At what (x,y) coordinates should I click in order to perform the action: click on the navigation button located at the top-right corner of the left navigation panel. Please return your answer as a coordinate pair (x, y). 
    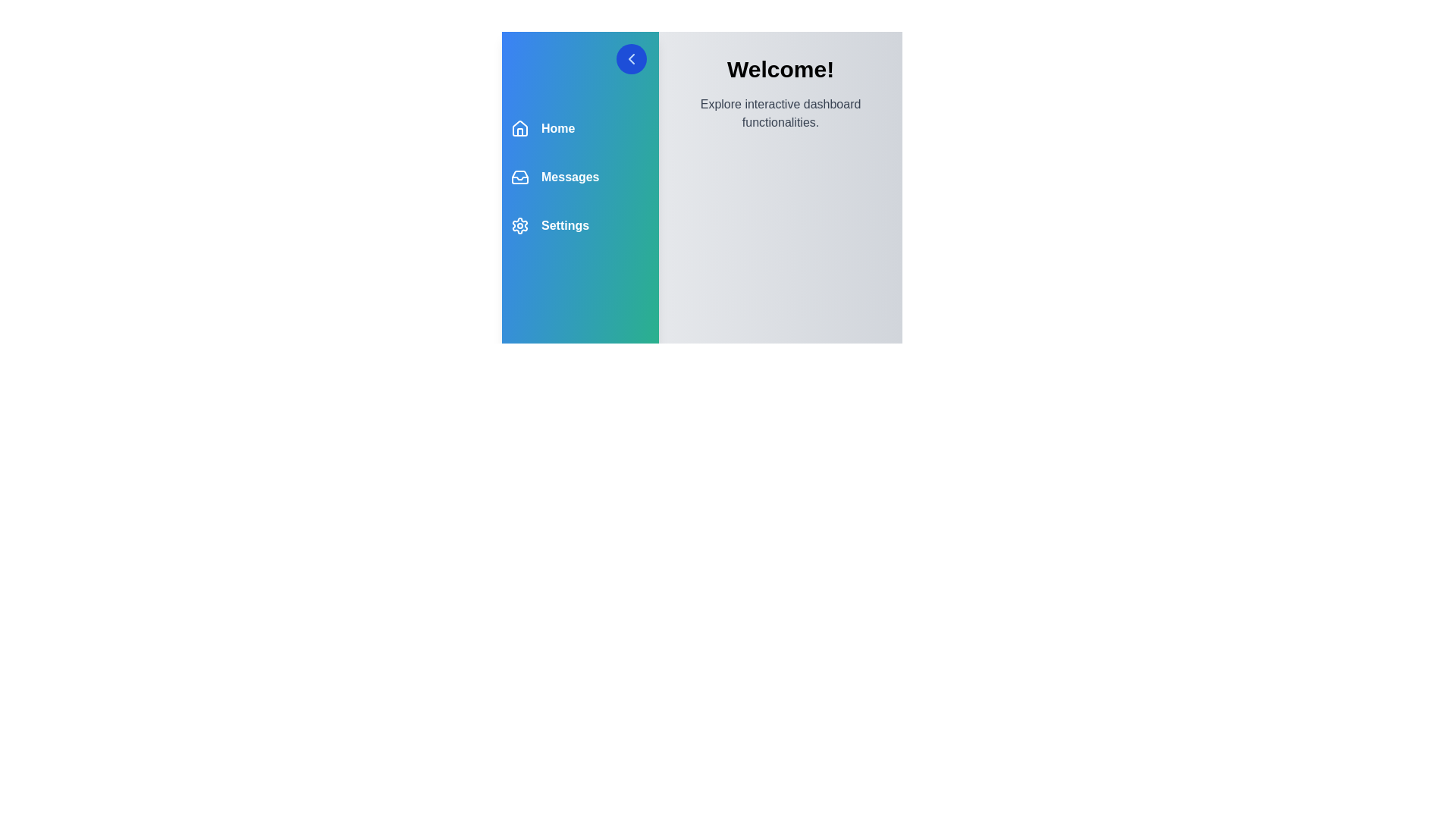
    Looking at the image, I should click on (579, 58).